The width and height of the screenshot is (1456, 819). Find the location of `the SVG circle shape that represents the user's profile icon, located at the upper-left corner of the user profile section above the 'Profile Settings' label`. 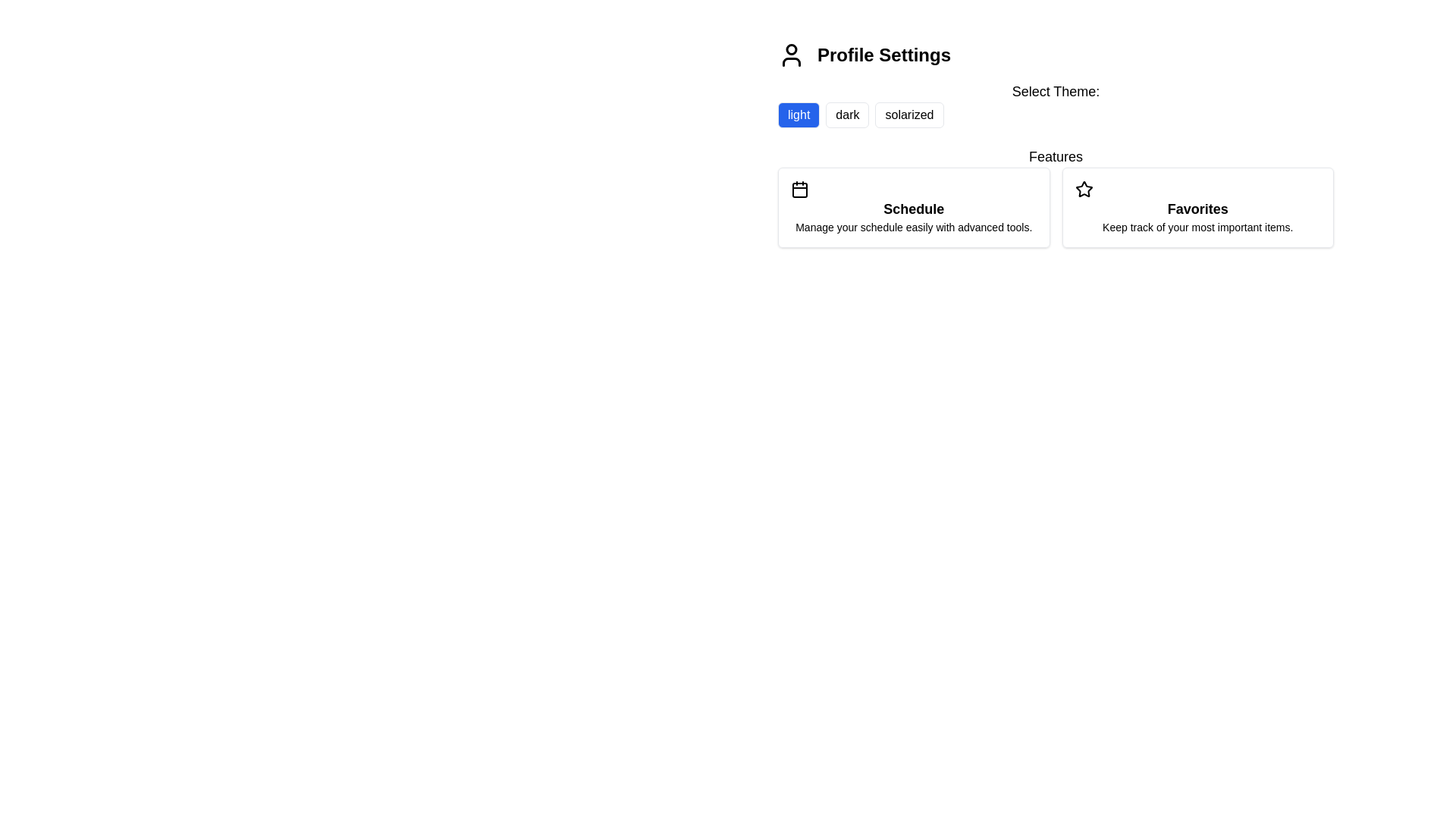

the SVG circle shape that represents the user's profile icon, located at the upper-left corner of the user profile section above the 'Profile Settings' label is located at coordinates (790, 49).